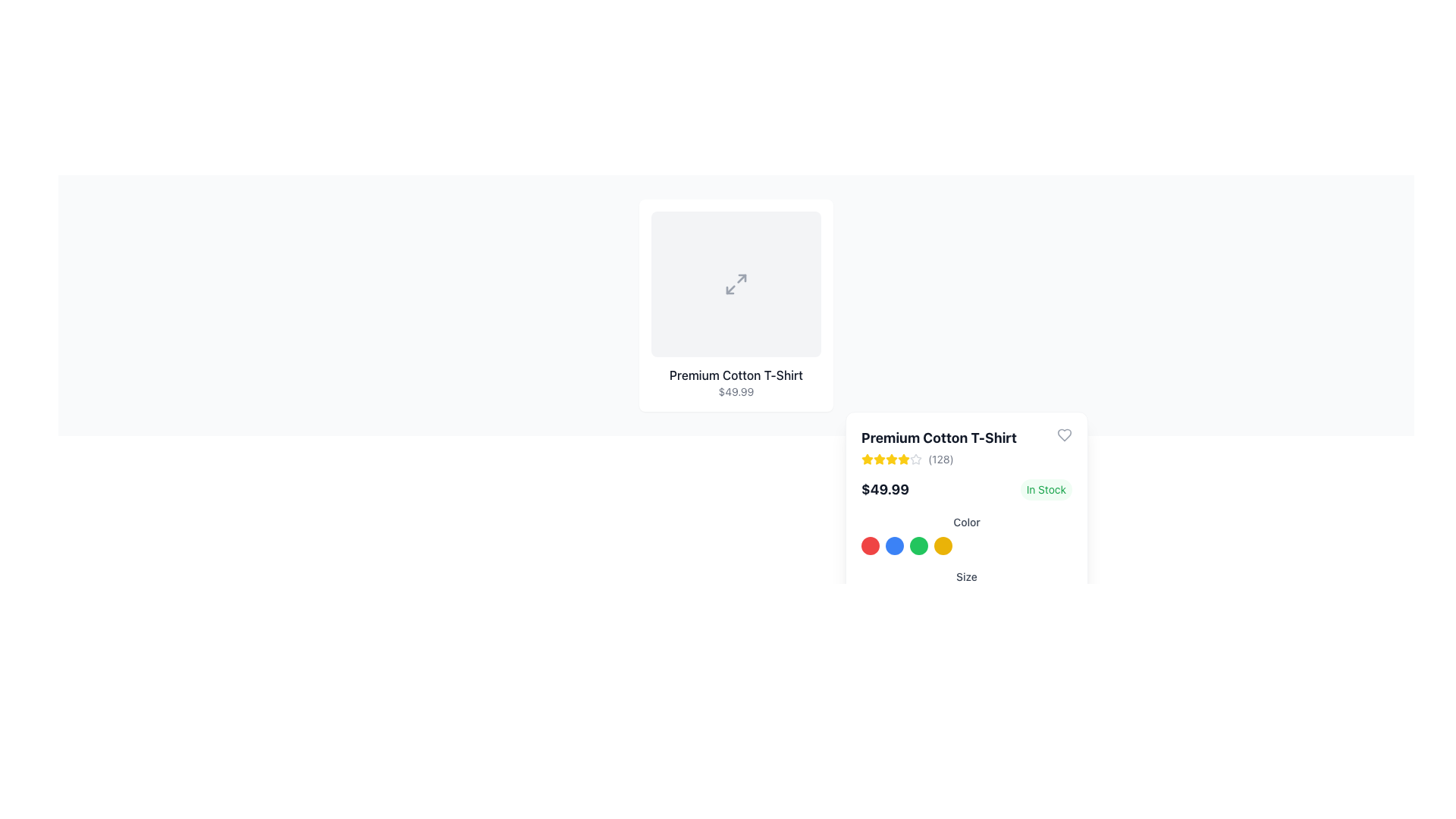 The height and width of the screenshot is (819, 1456). Describe the element at coordinates (942, 546) in the screenshot. I see `the fourth color selection button in the horizontal array` at that location.